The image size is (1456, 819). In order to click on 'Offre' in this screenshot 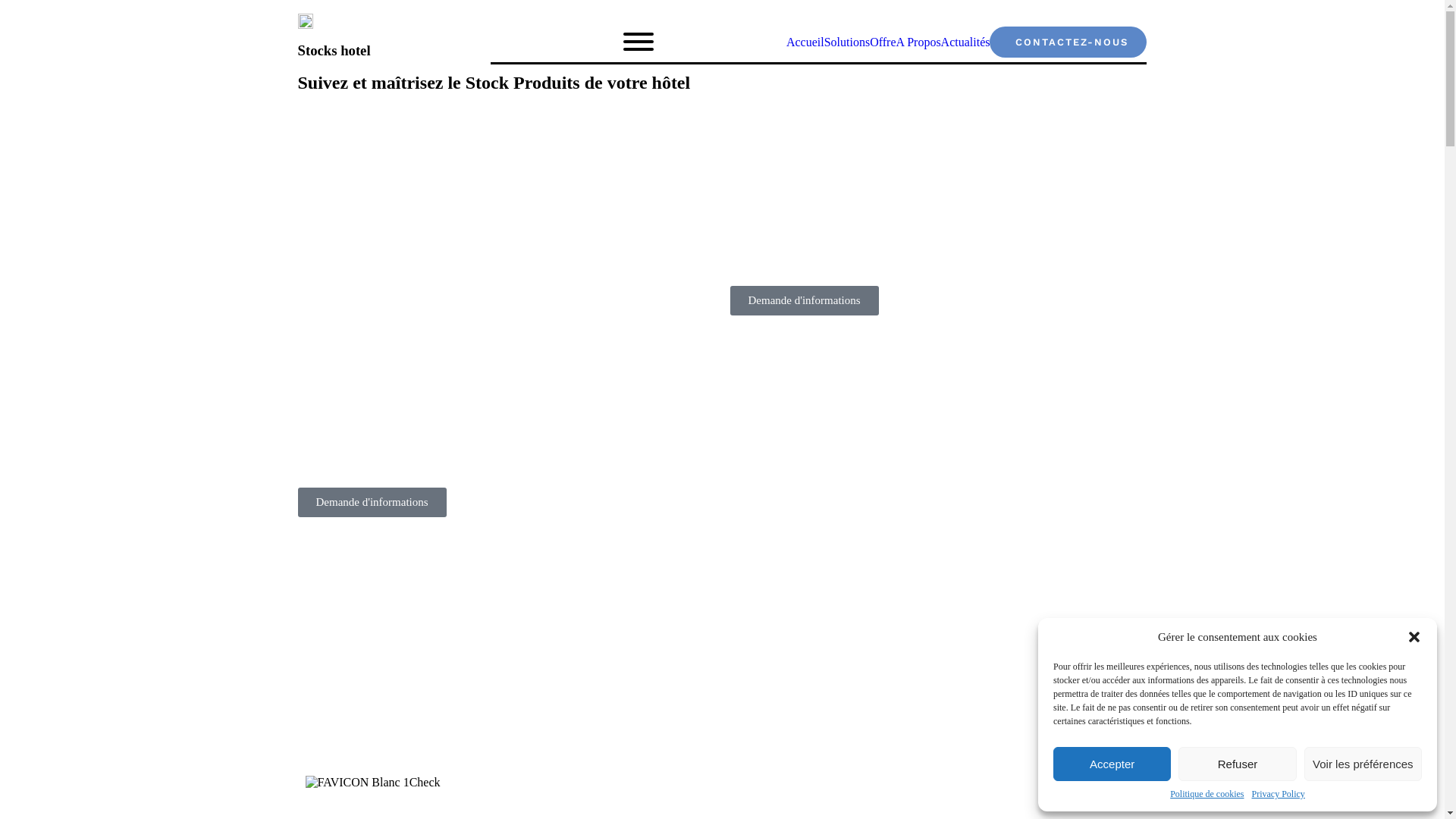, I will do `click(882, 41)`.